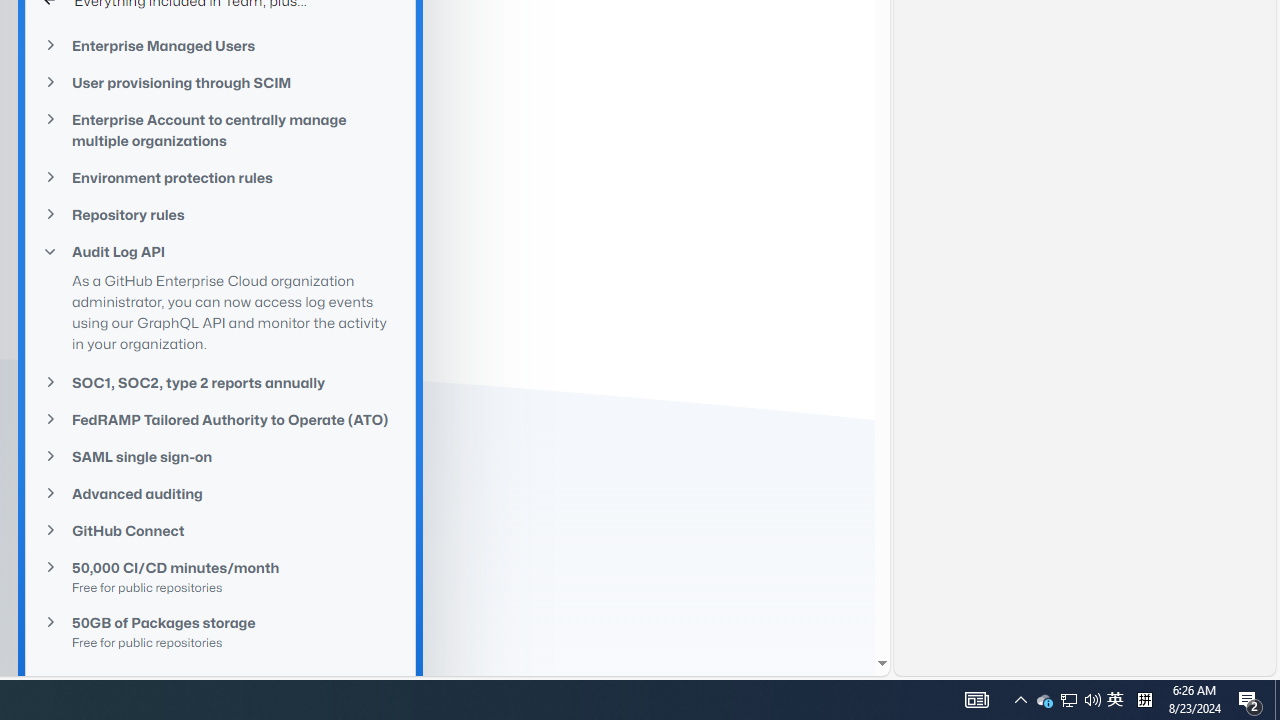  I want to click on 'Repository rules', so click(220, 214).